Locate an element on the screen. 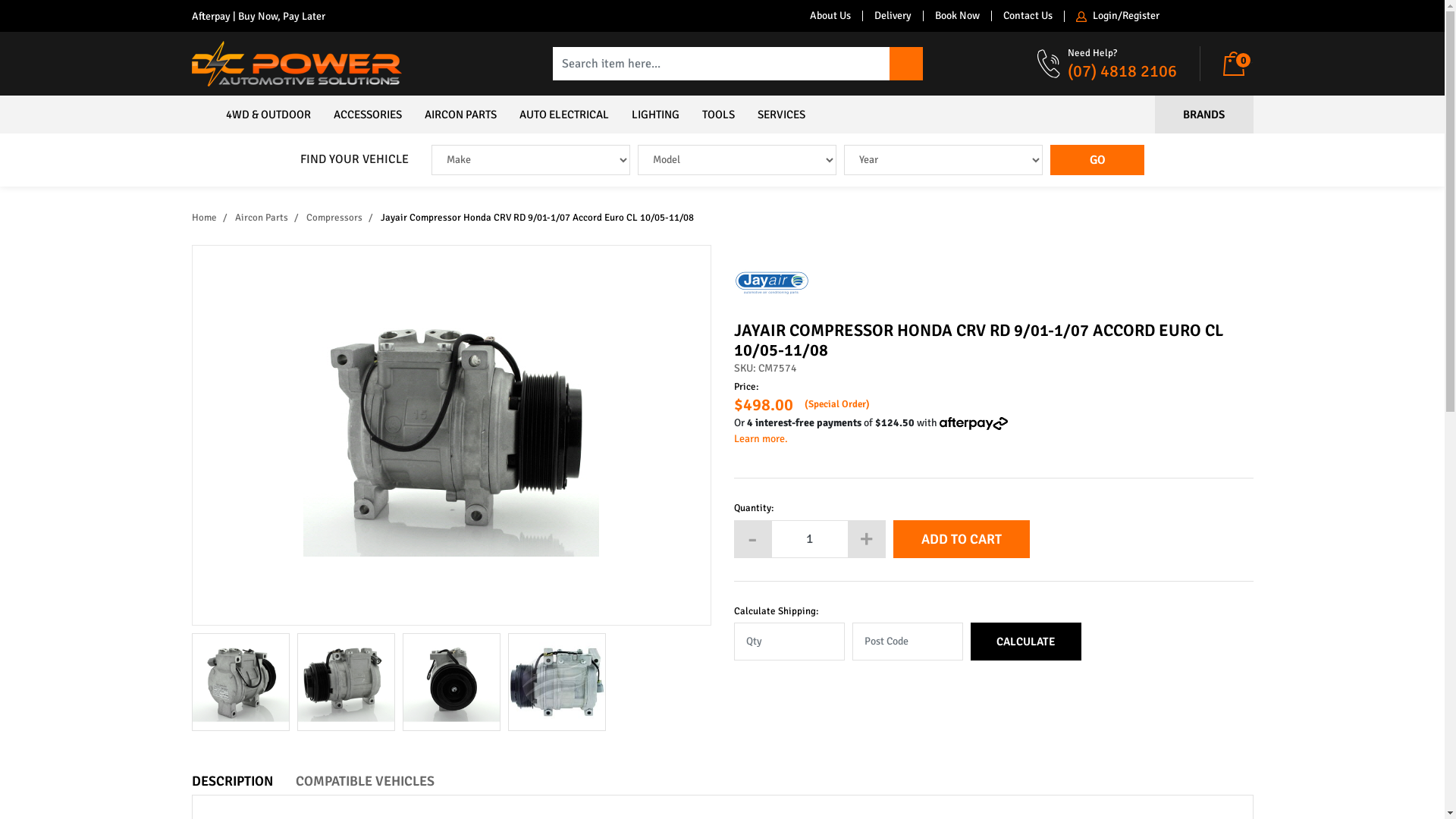  '0' is located at coordinates (1238, 63).